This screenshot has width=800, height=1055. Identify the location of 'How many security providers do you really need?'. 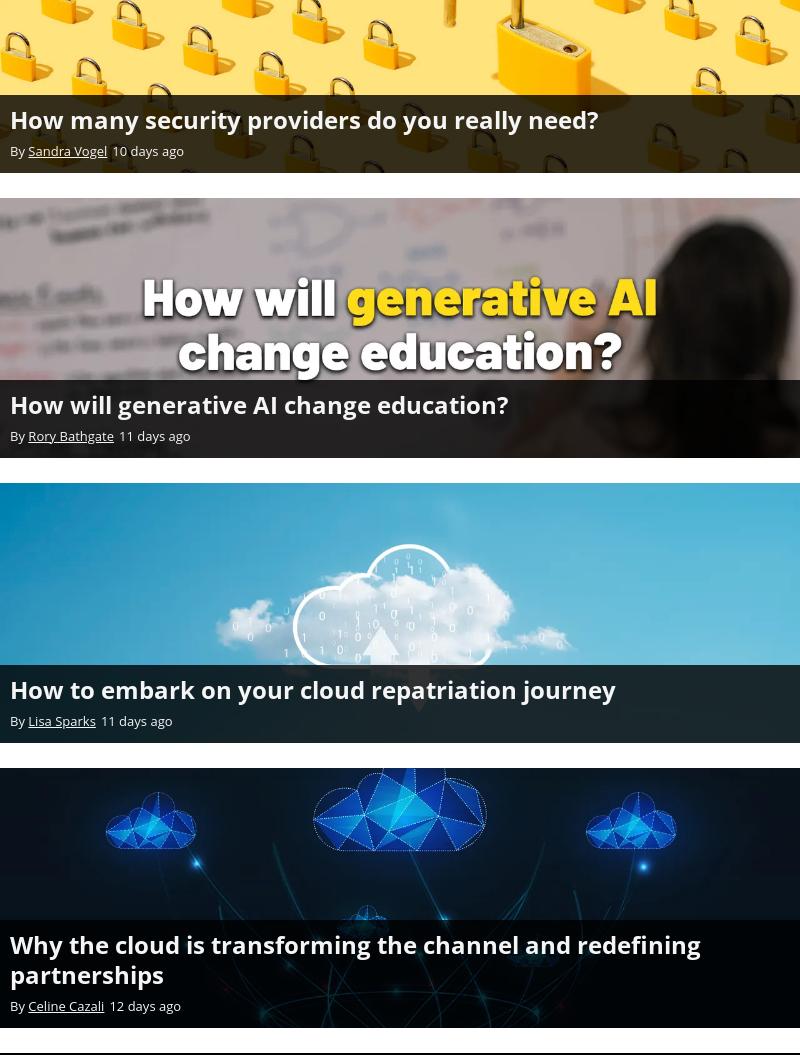
(303, 118).